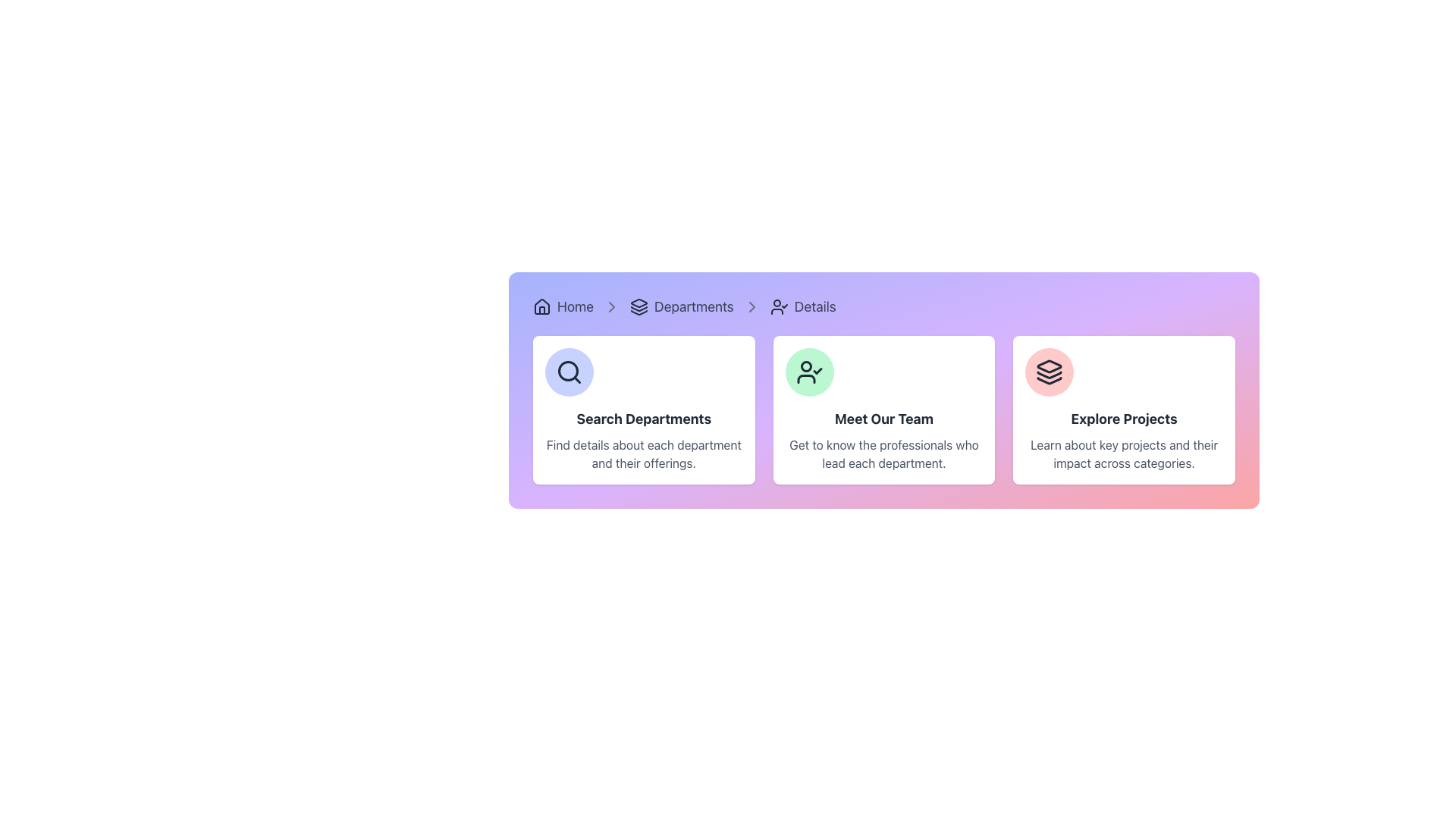 The width and height of the screenshot is (1456, 819). Describe the element at coordinates (808, 372) in the screenshot. I see `the icon representing the topic of the card related to team management or verification, located in the second card titled 'Meet Our Team'` at that location.